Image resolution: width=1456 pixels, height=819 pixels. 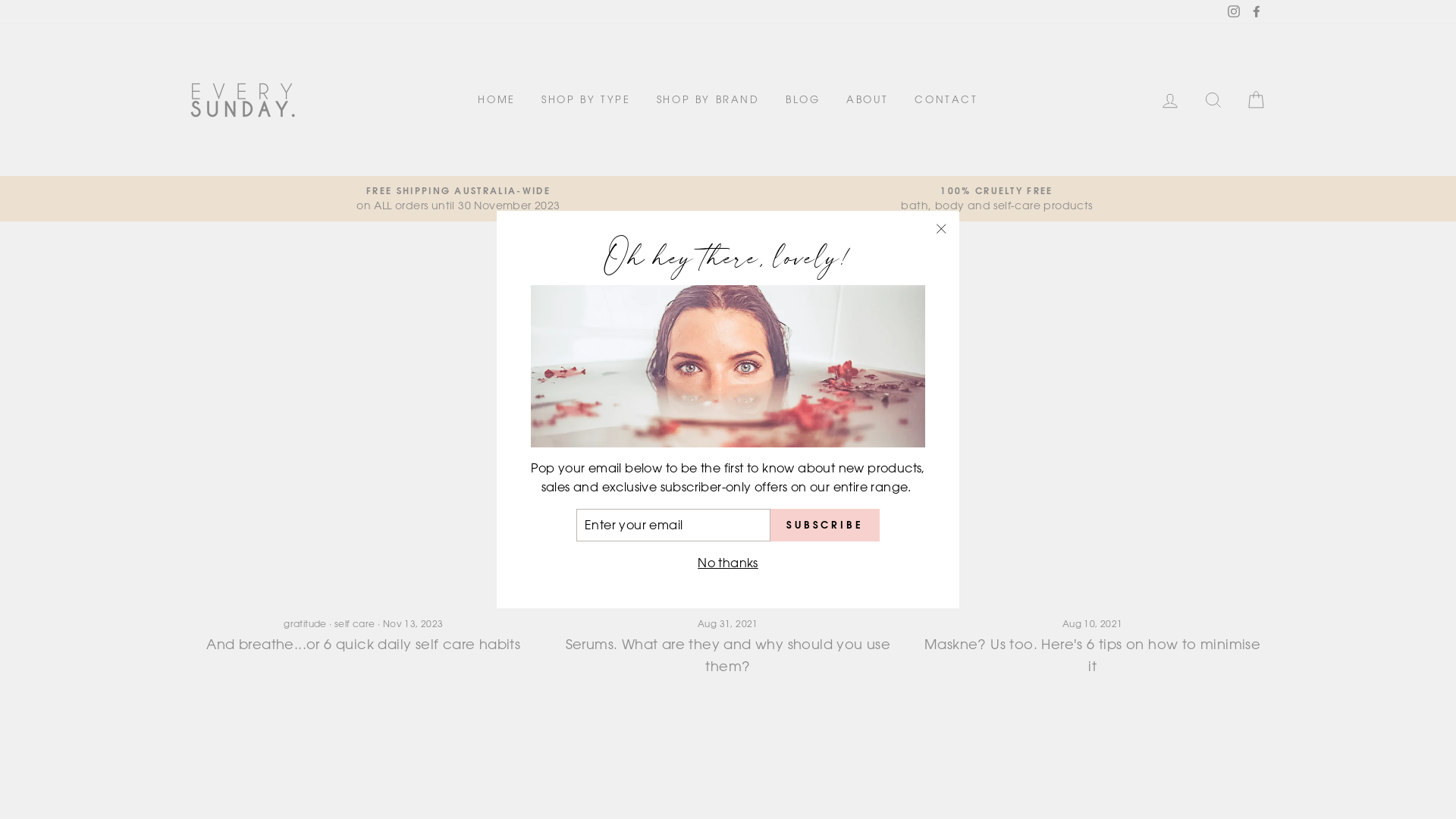 I want to click on 'SHOP BY BRAND', so click(x=708, y=99).